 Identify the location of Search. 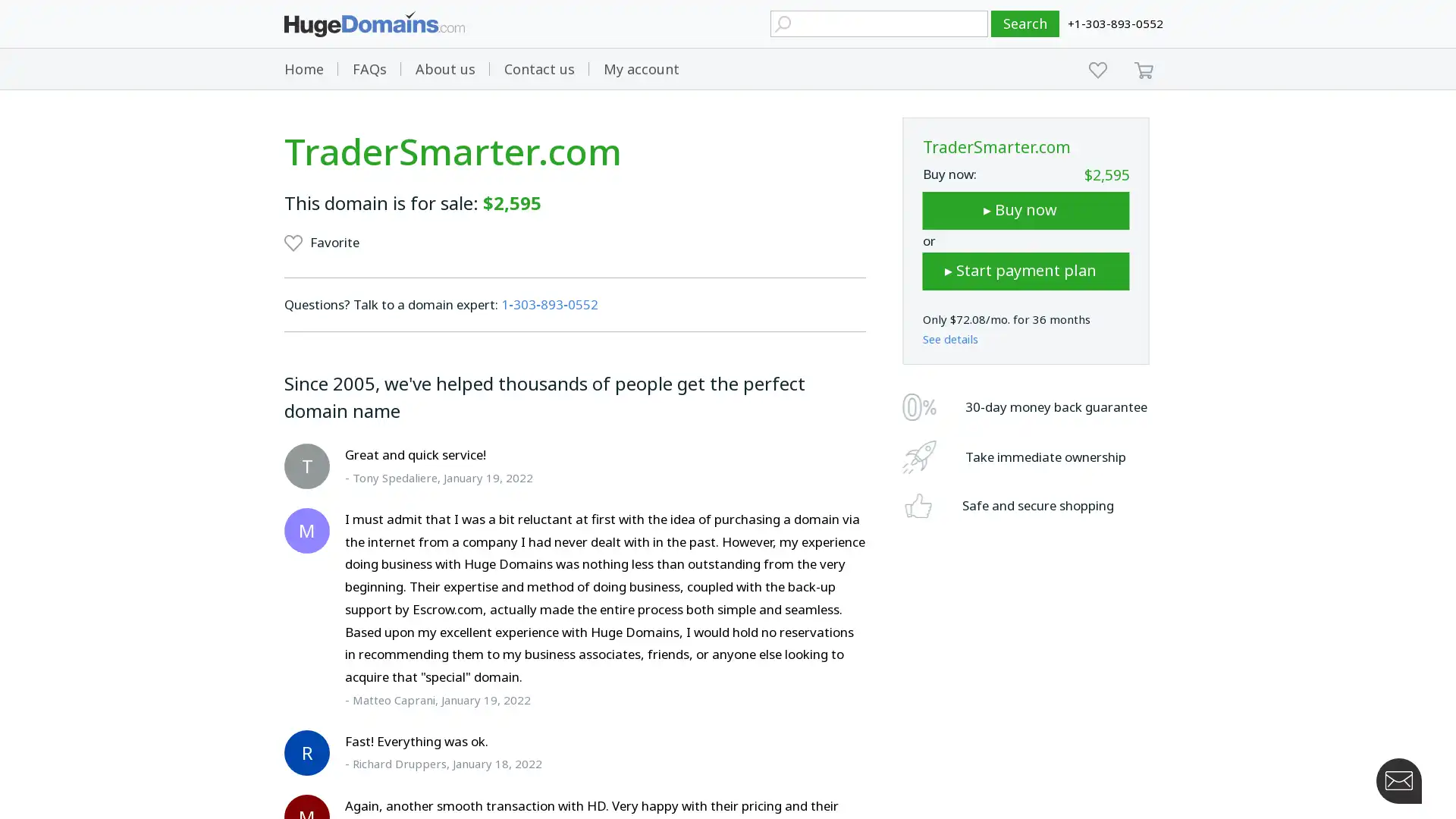
(1025, 24).